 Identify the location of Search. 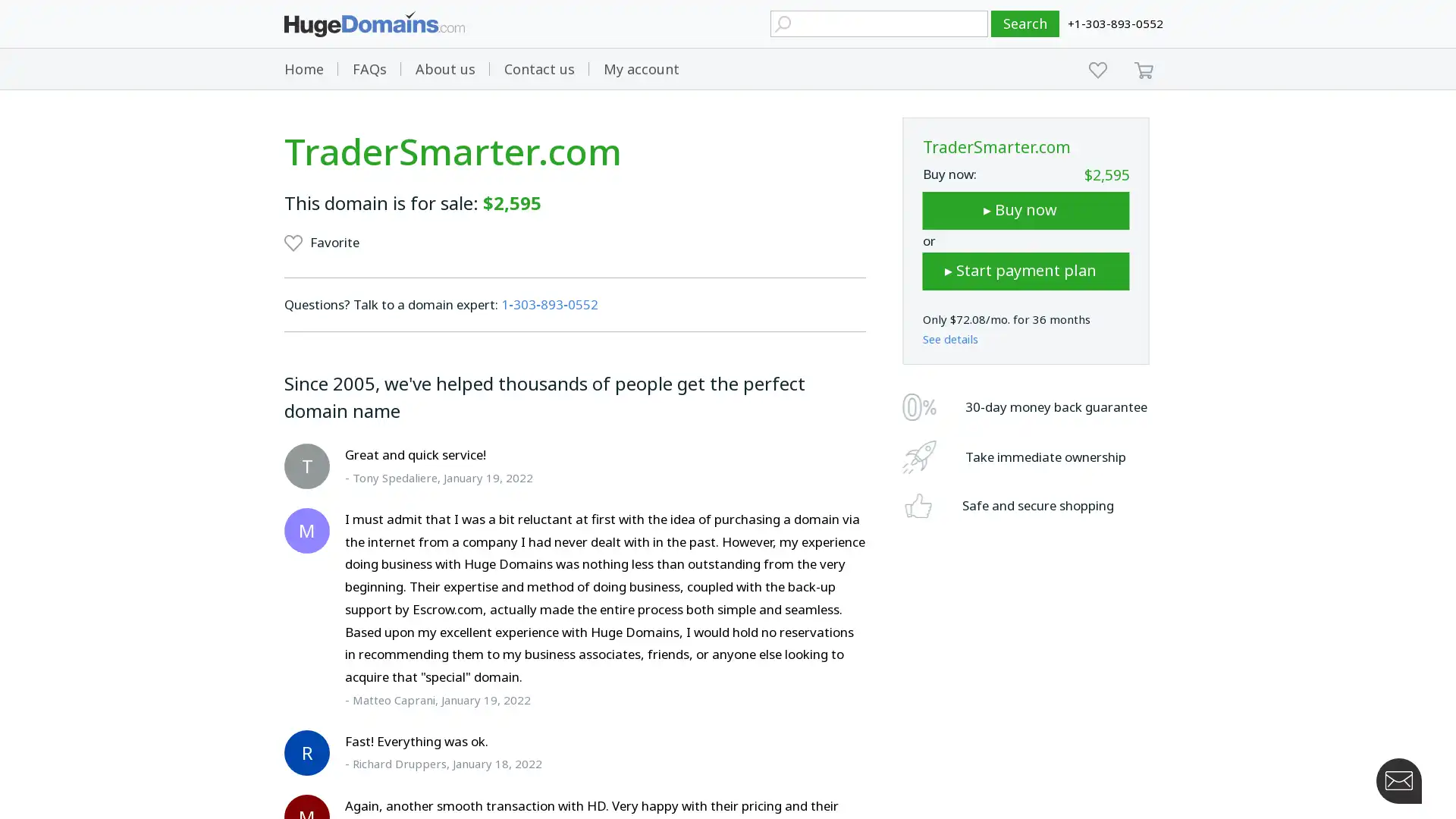
(1025, 24).